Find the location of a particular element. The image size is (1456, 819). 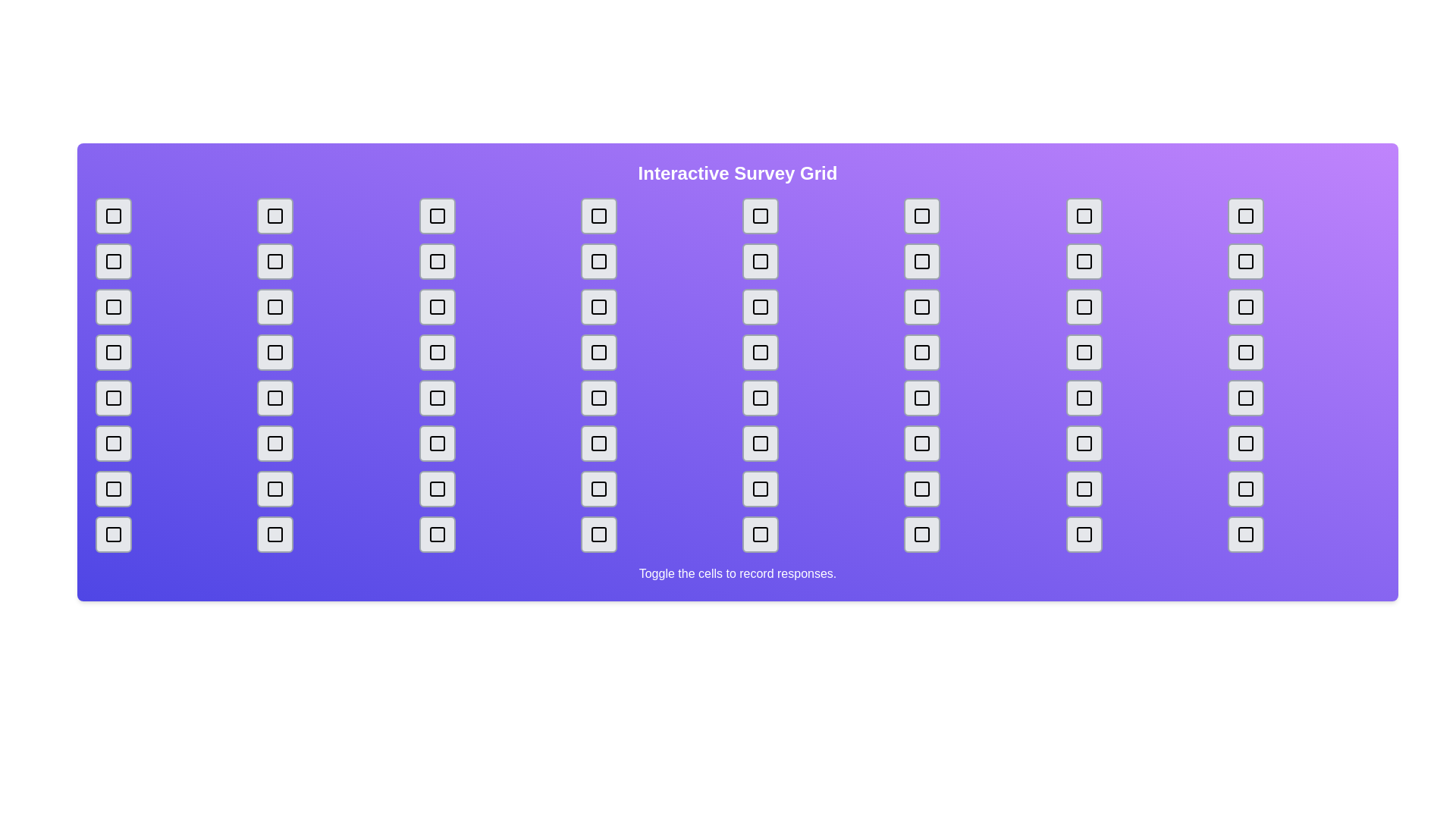

the title 'Interactive Survey Grid' to focus on it is located at coordinates (738, 172).